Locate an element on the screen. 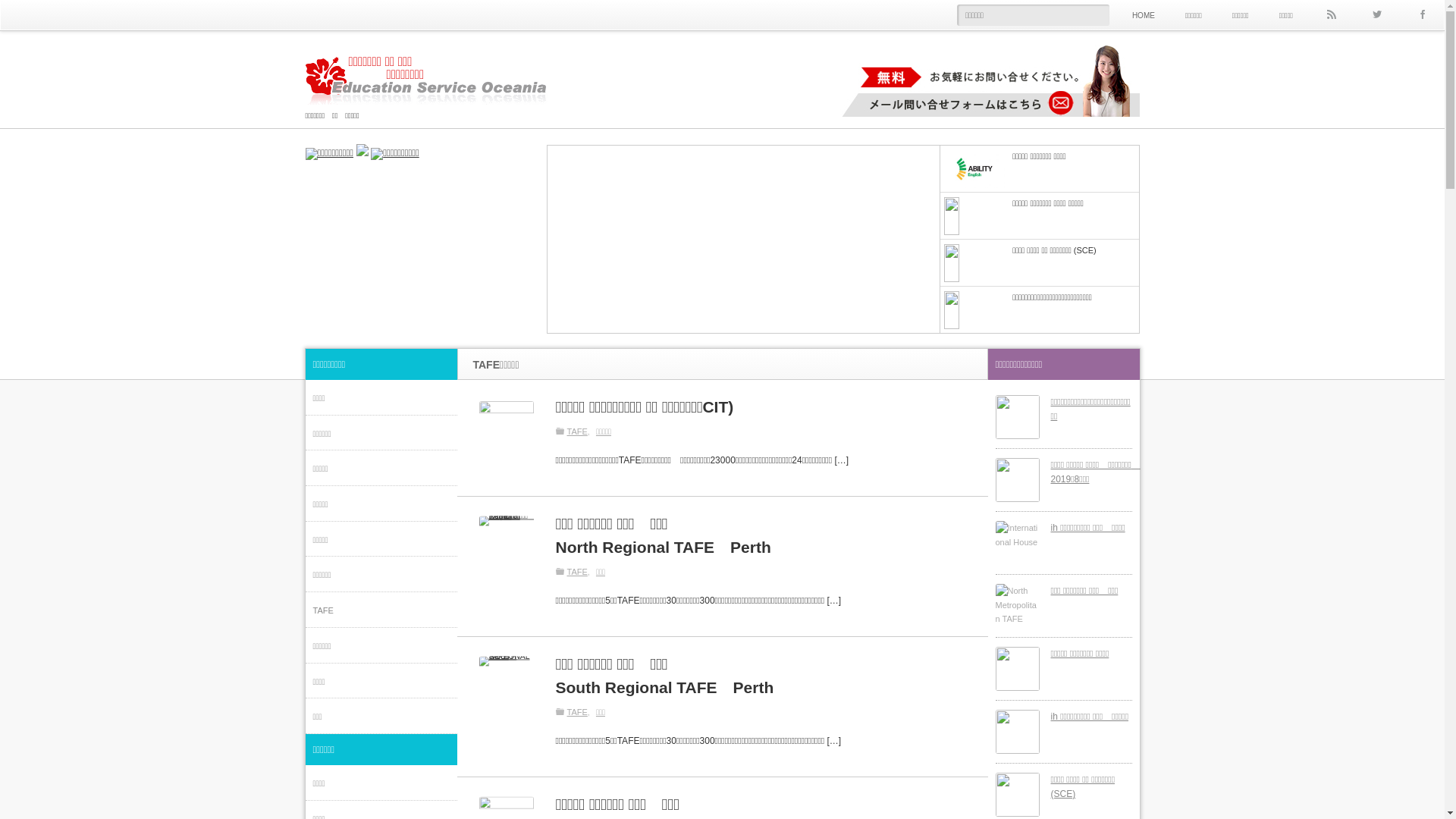  'HOME' is located at coordinates (1143, 14).